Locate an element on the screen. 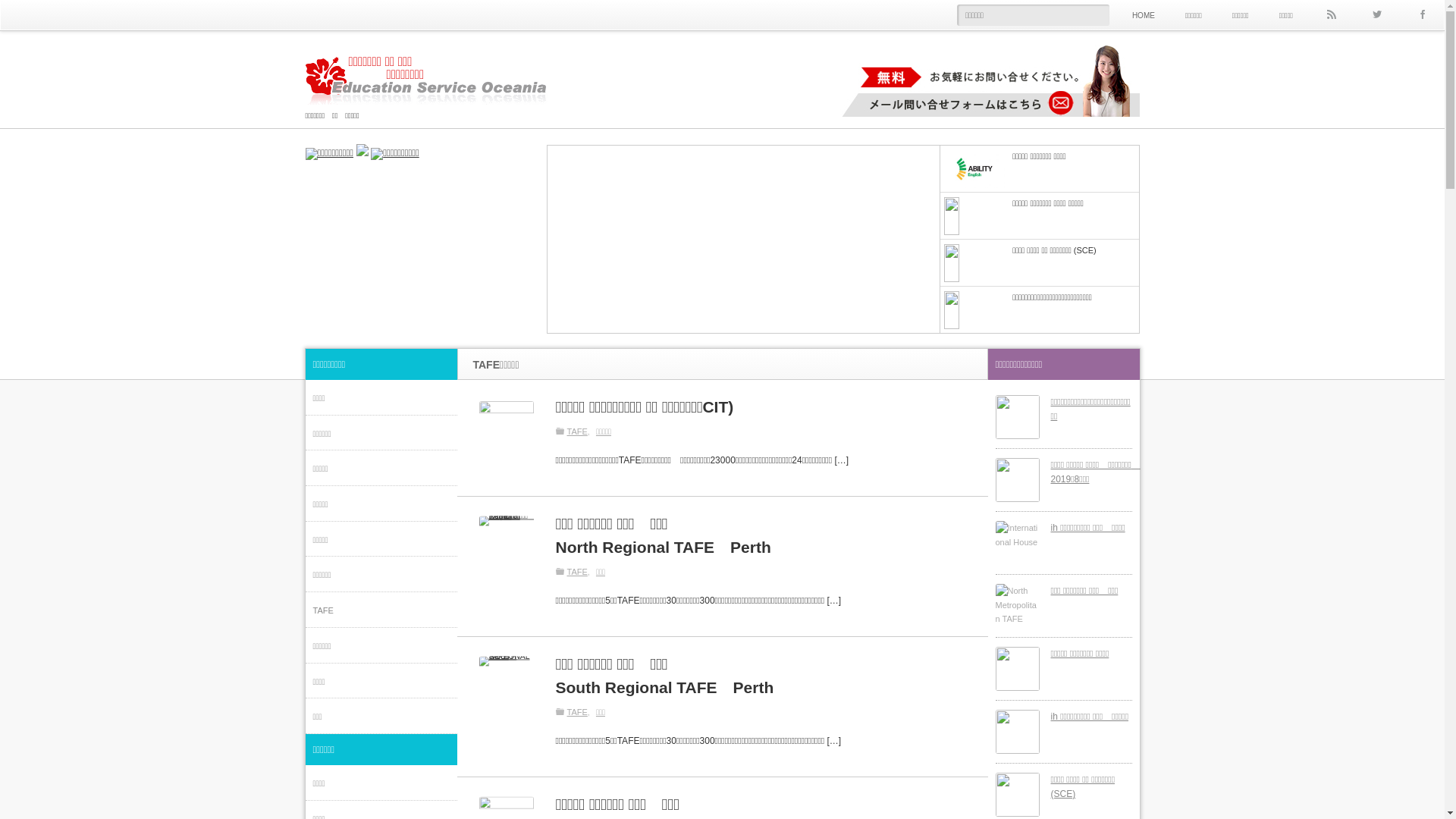  'HOME' is located at coordinates (1143, 14).